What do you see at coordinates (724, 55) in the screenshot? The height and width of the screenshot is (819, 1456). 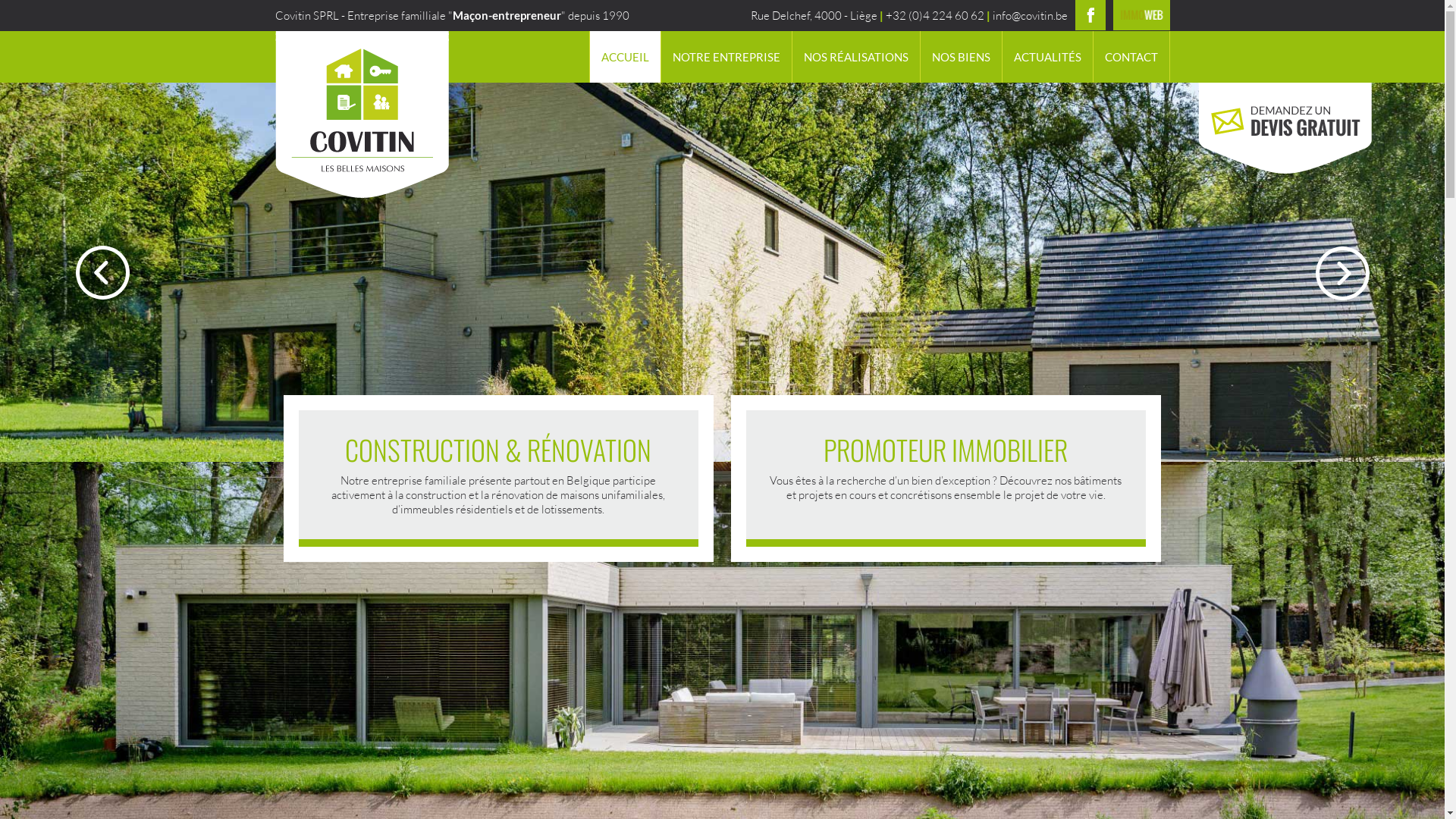 I see `'NOTRE ENTREPRISE'` at bounding box center [724, 55].